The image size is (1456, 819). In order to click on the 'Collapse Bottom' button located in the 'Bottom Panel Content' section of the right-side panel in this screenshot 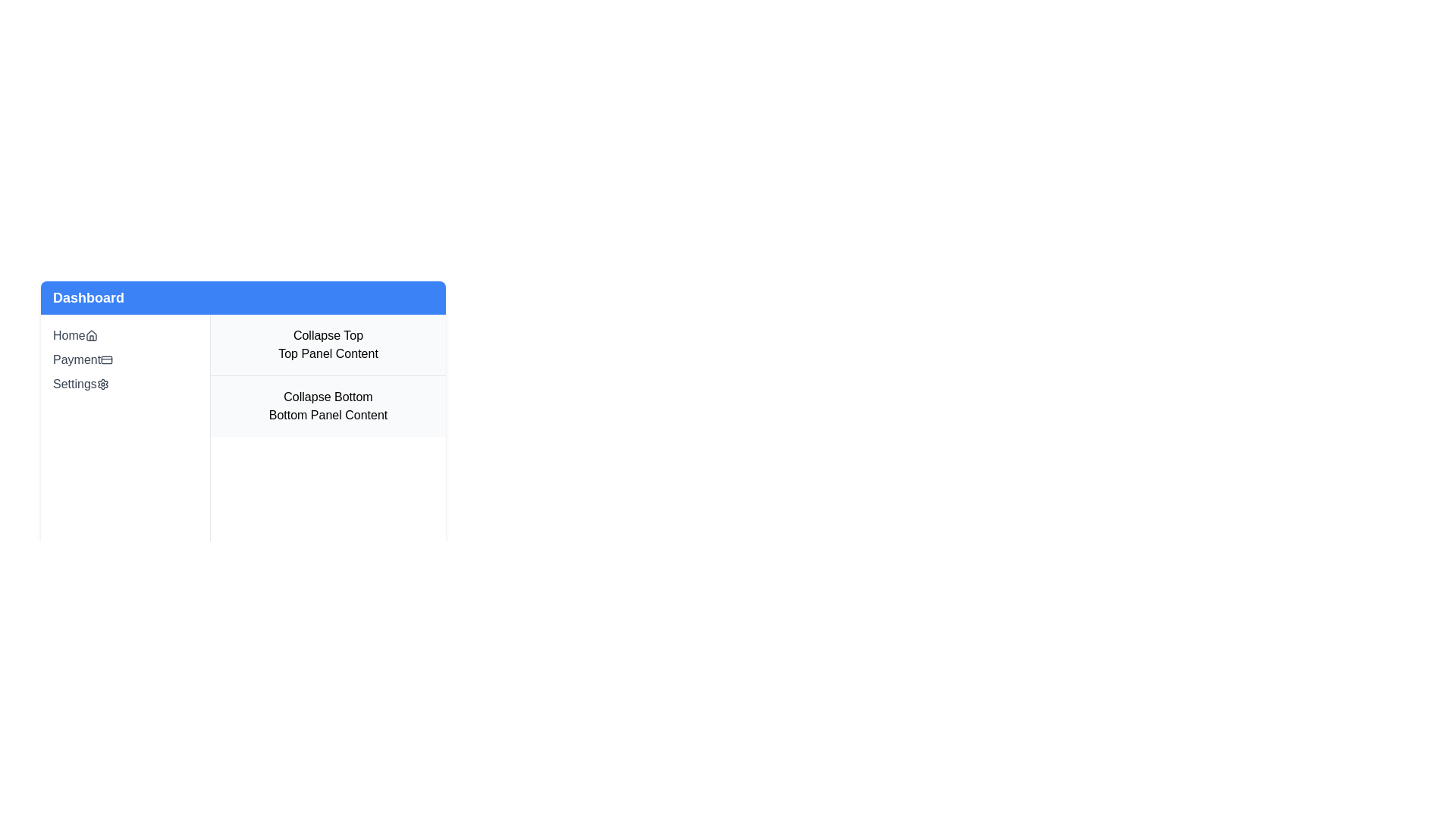, I will do `click(327, 397)`.